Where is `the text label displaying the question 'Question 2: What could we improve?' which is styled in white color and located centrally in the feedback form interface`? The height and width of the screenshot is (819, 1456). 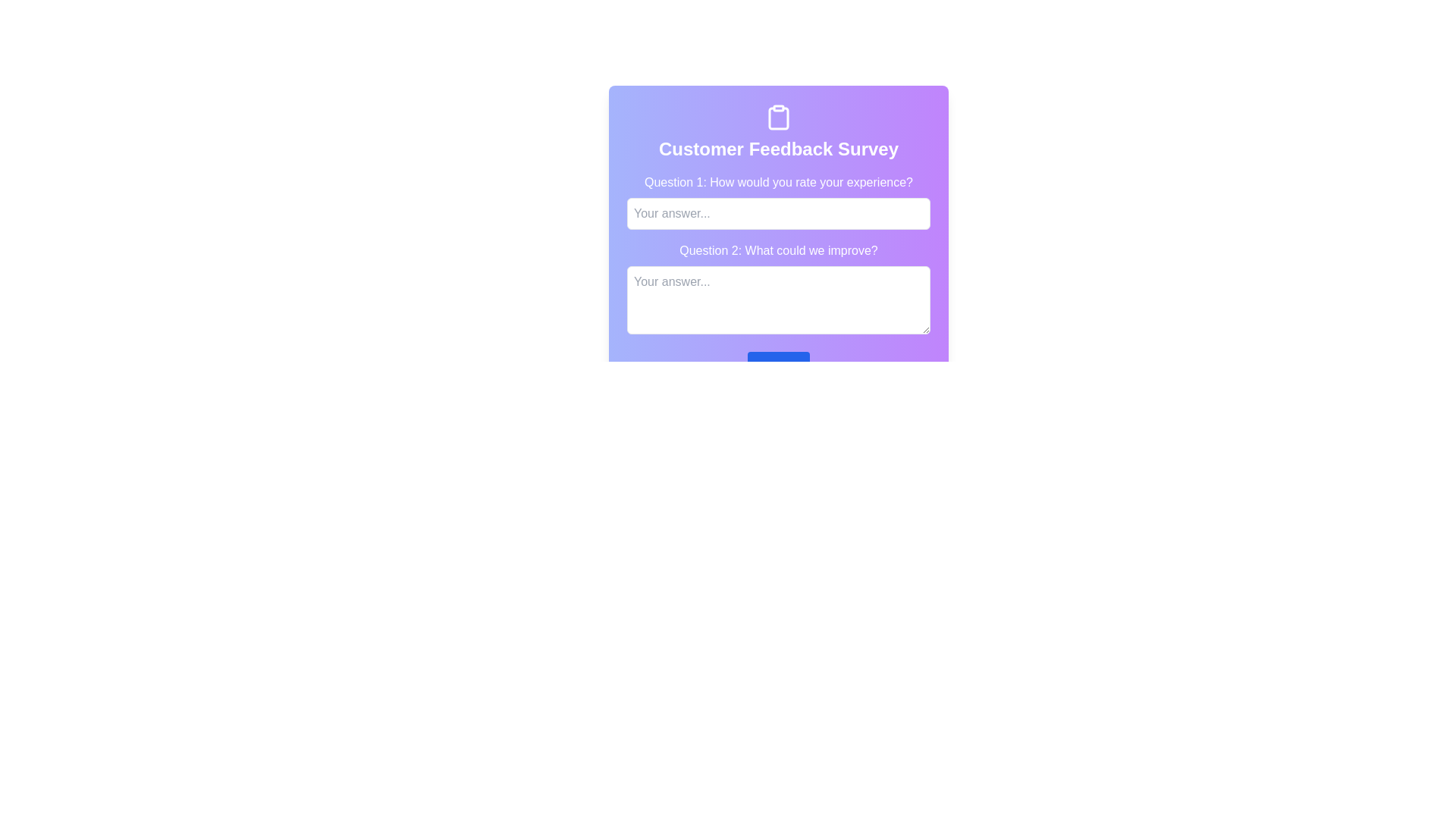 the text label displaying the question 'Question 2: What could we improve?' which is styled in white color and located centrally in the feedback form interface is located at coordinates (779, 250).